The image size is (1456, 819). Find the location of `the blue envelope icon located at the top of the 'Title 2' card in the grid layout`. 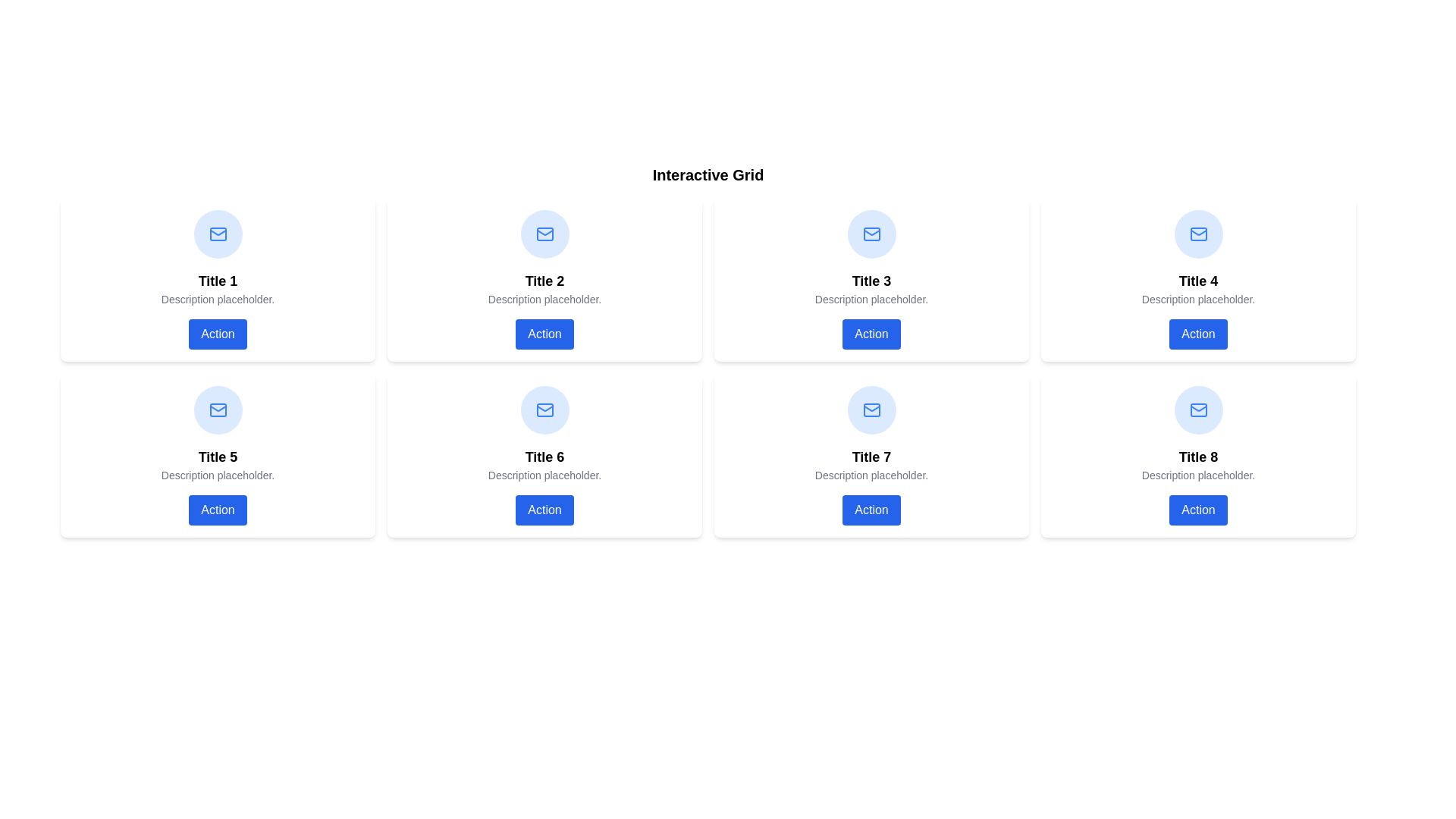

the blue envelope icon located at the top of the 'Title 2' card in the grid layout is located at coordinates (544, 234).